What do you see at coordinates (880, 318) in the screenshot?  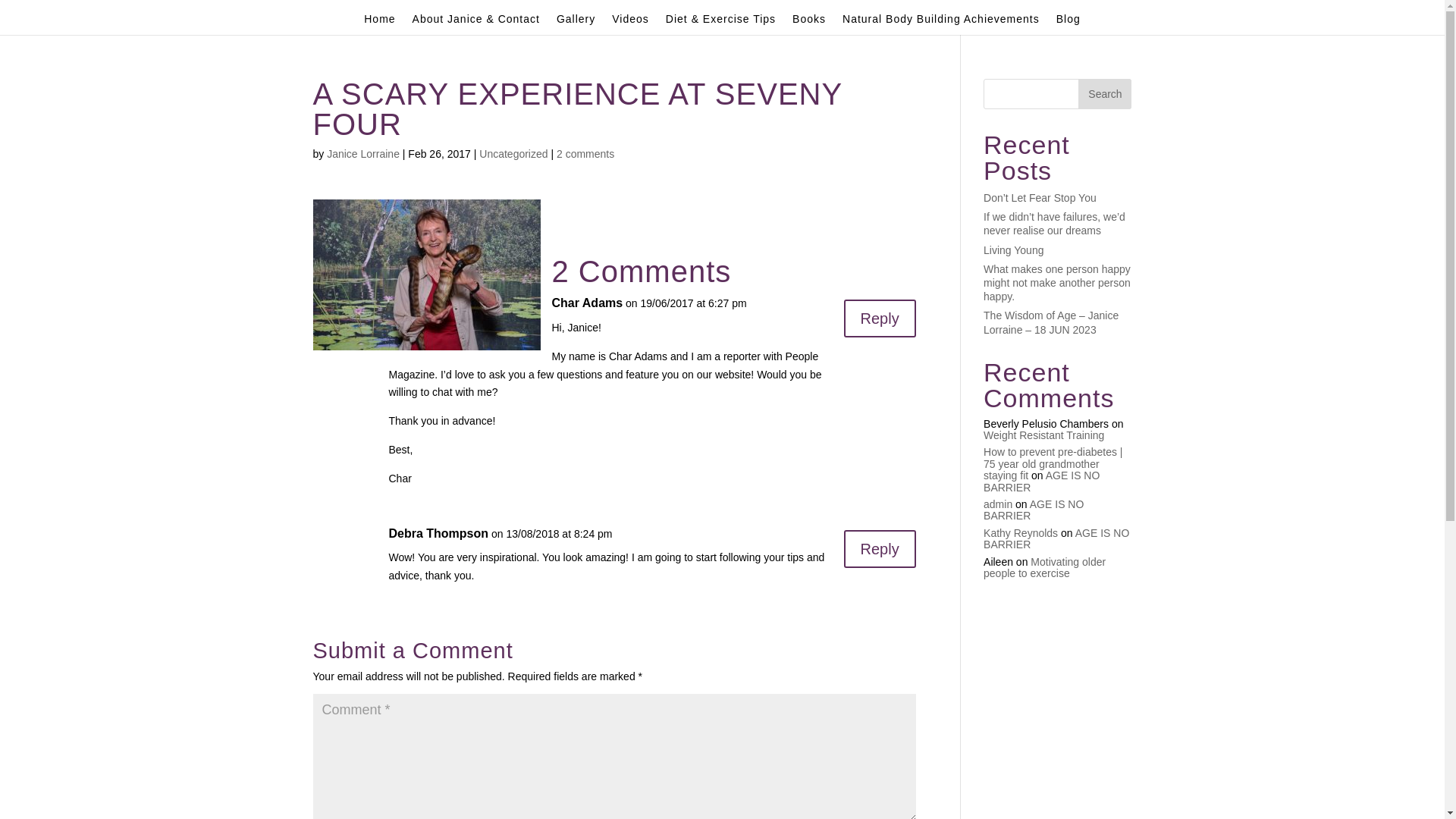 I see `'Reply'` at bounding box center [880, 318].